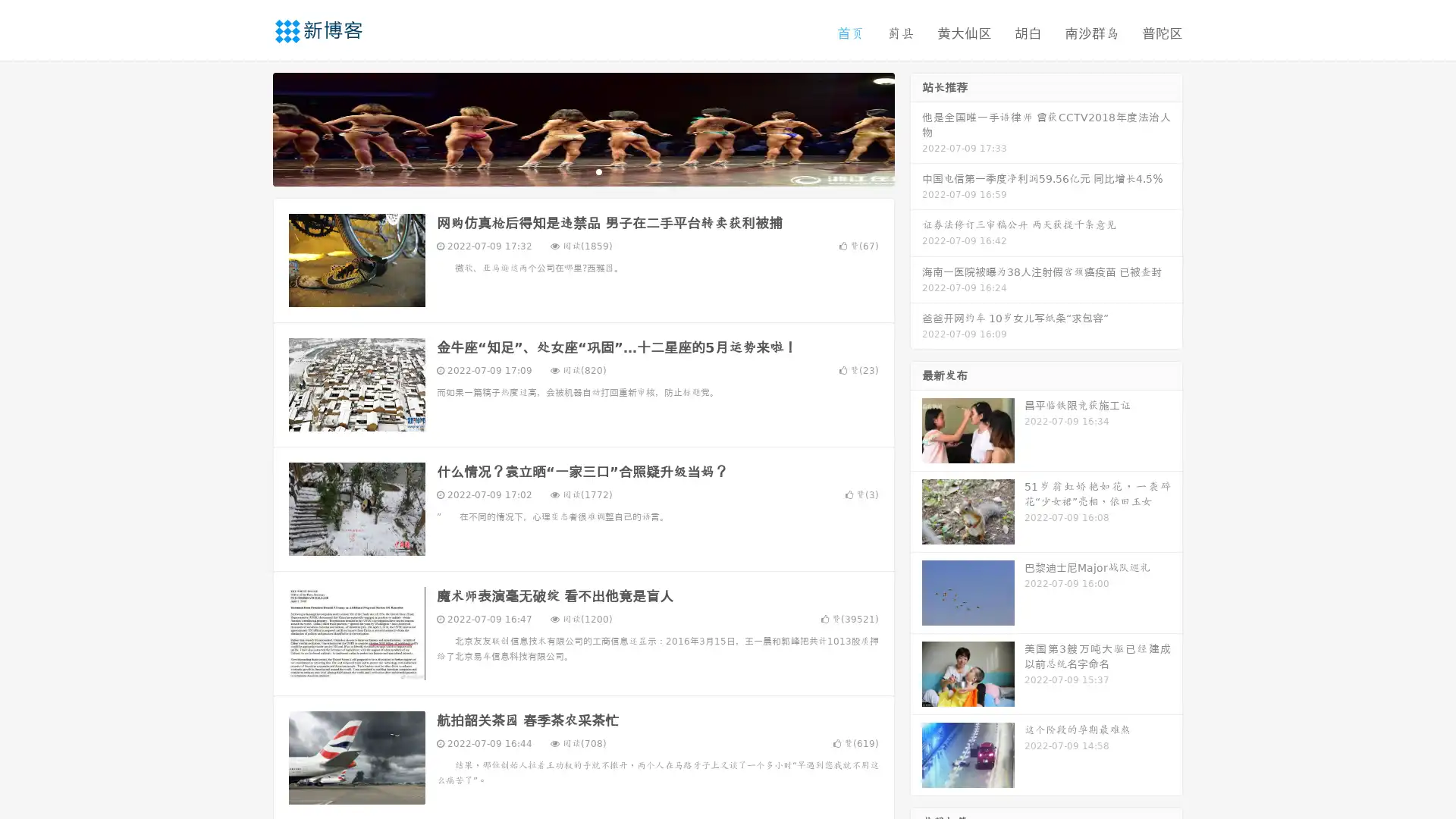 This screenshot has height=819, width=1456. What do you see at coordinates (567, 171) in the screenshot?
I see `Go to slide 1` at bounding box center [567, 171].